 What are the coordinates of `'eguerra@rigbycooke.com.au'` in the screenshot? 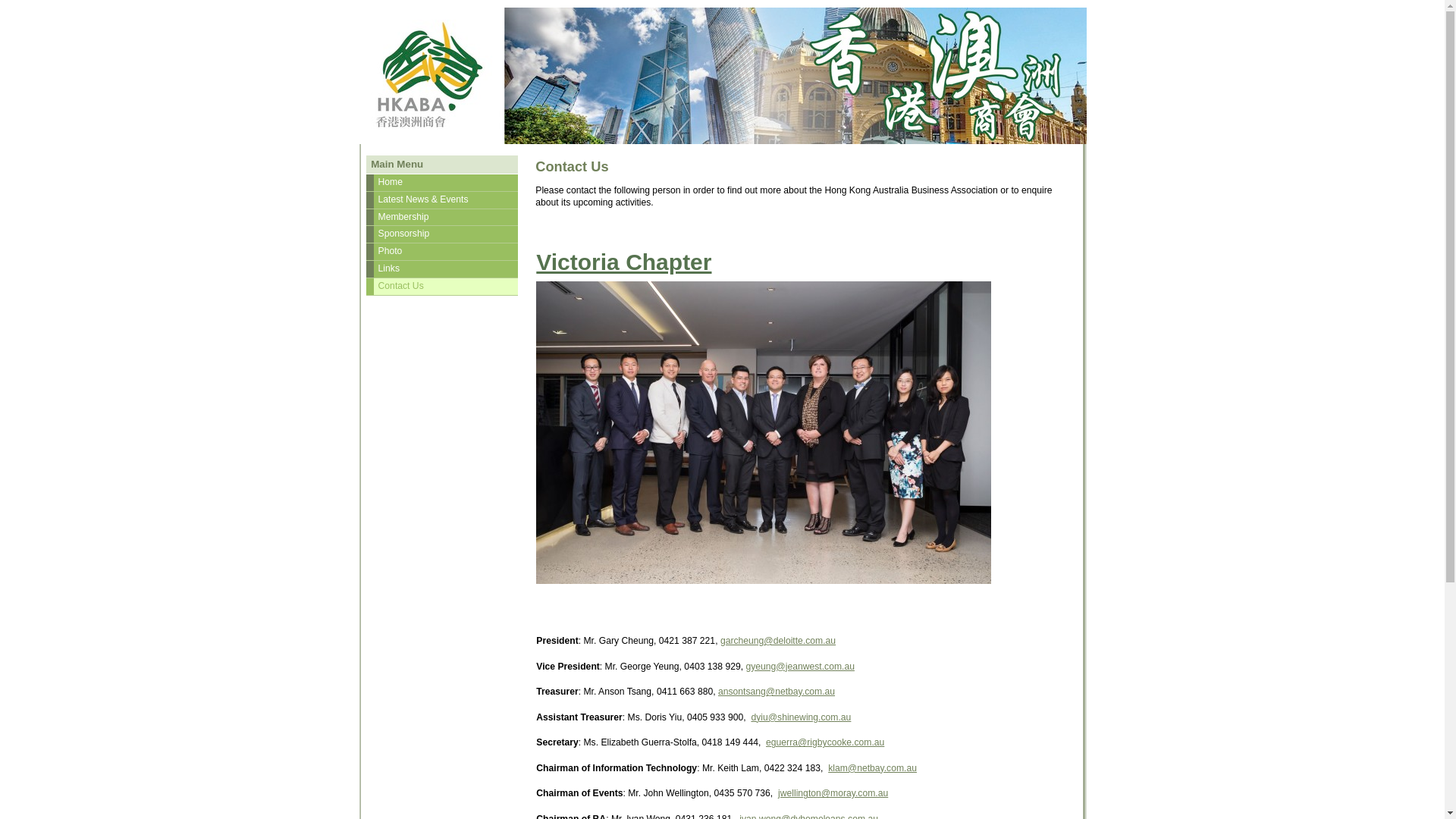 It's located at (824, 742).